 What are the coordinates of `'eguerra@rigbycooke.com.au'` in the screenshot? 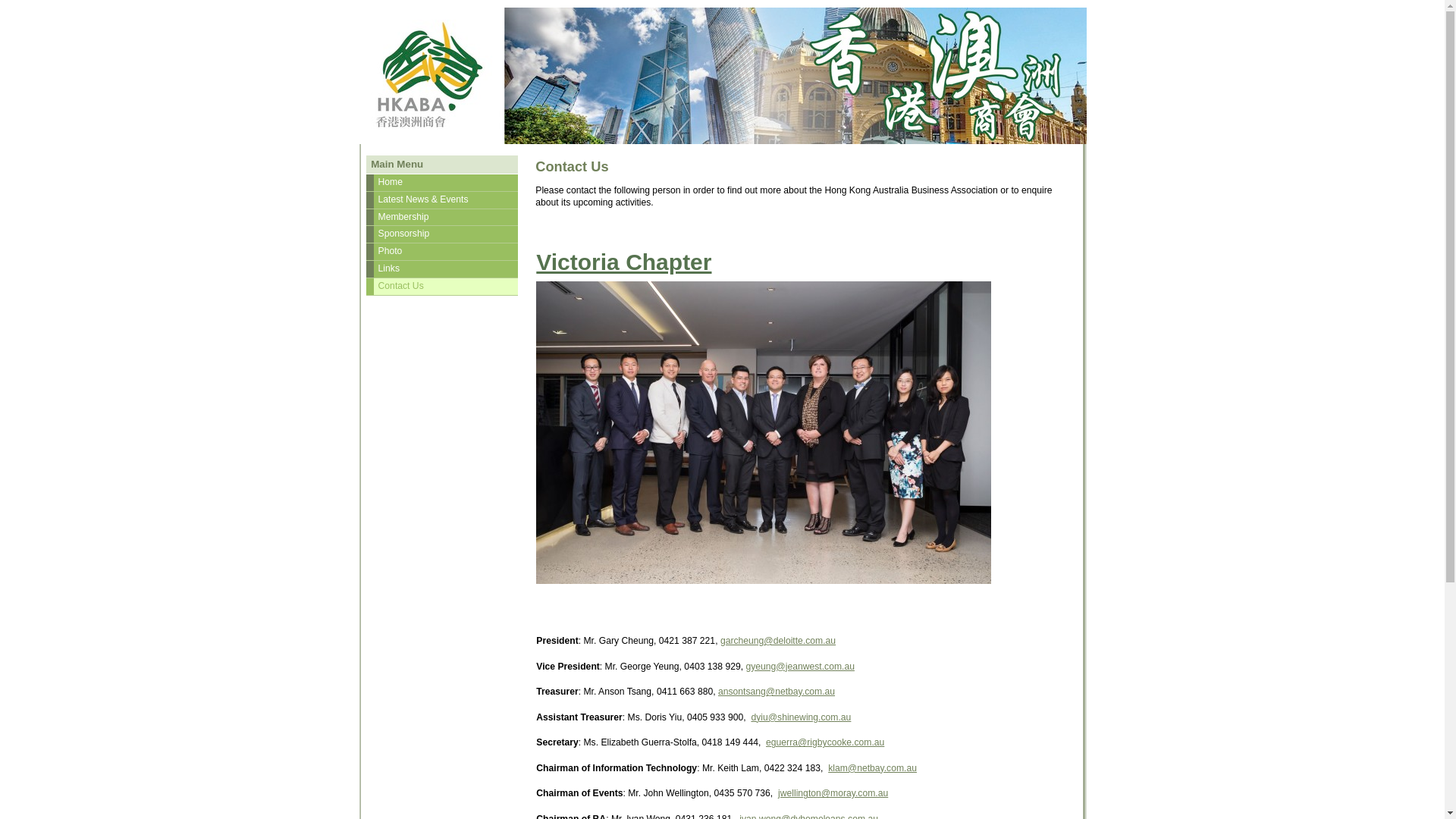 It's located at (824, 742).